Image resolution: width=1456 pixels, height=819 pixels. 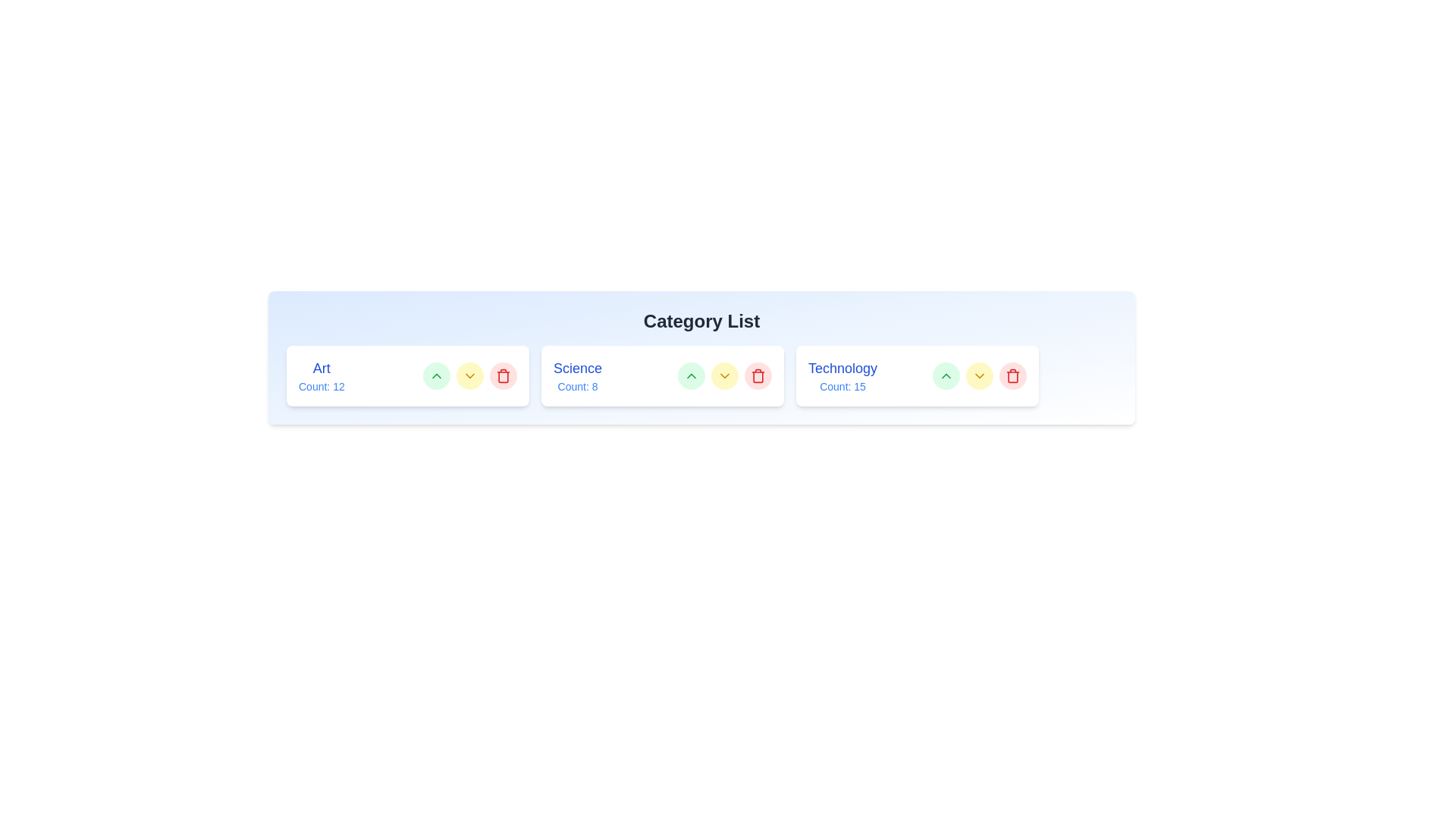 What do you see at coordinates (503, 375) in the screenshot?
I see `'Trash' button for the category Art` at bounding box center [503, 375].